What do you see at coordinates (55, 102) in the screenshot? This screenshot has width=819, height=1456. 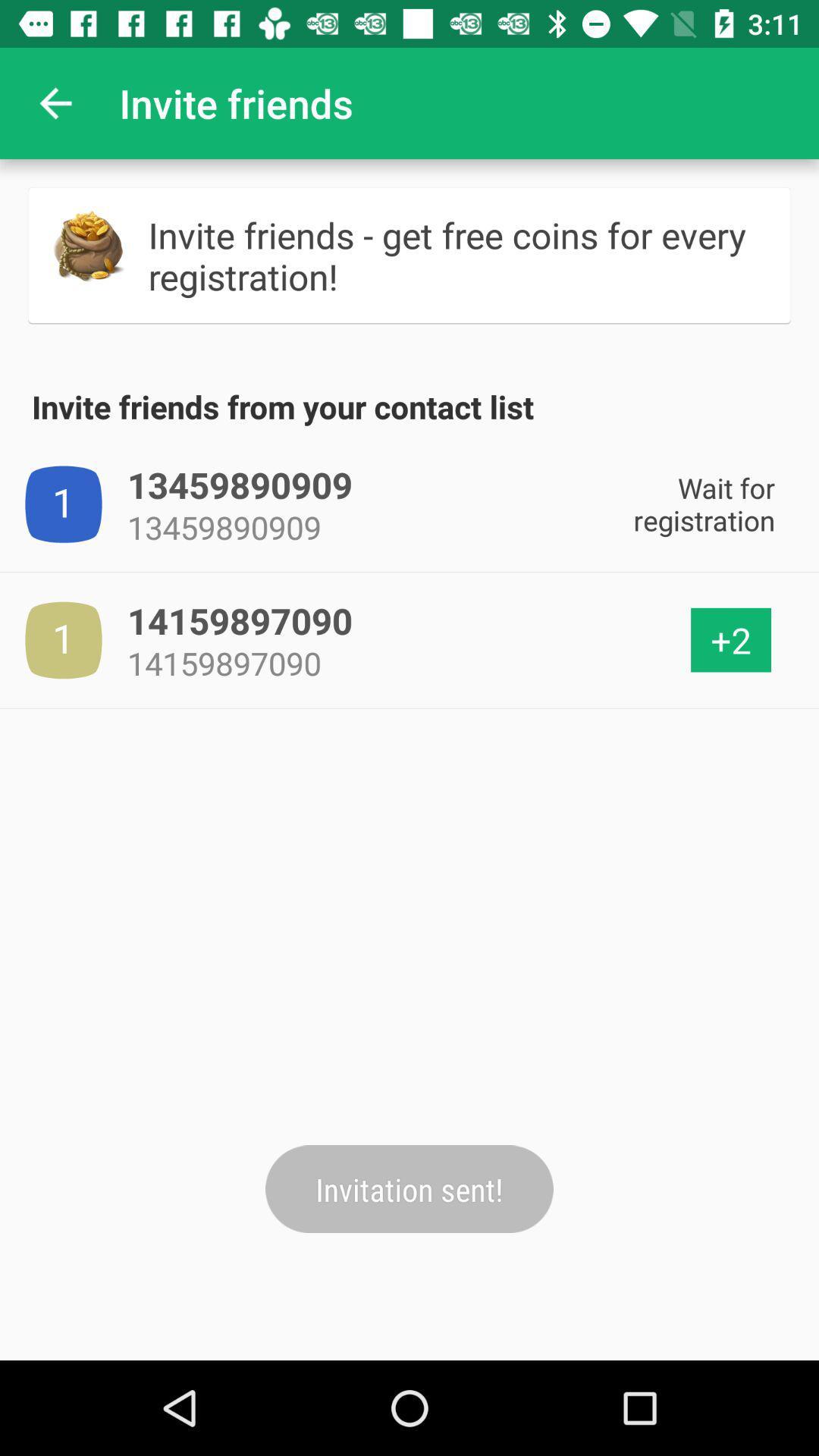 I see `the icon to the left of invite friends` at bounding box center [55, 102].